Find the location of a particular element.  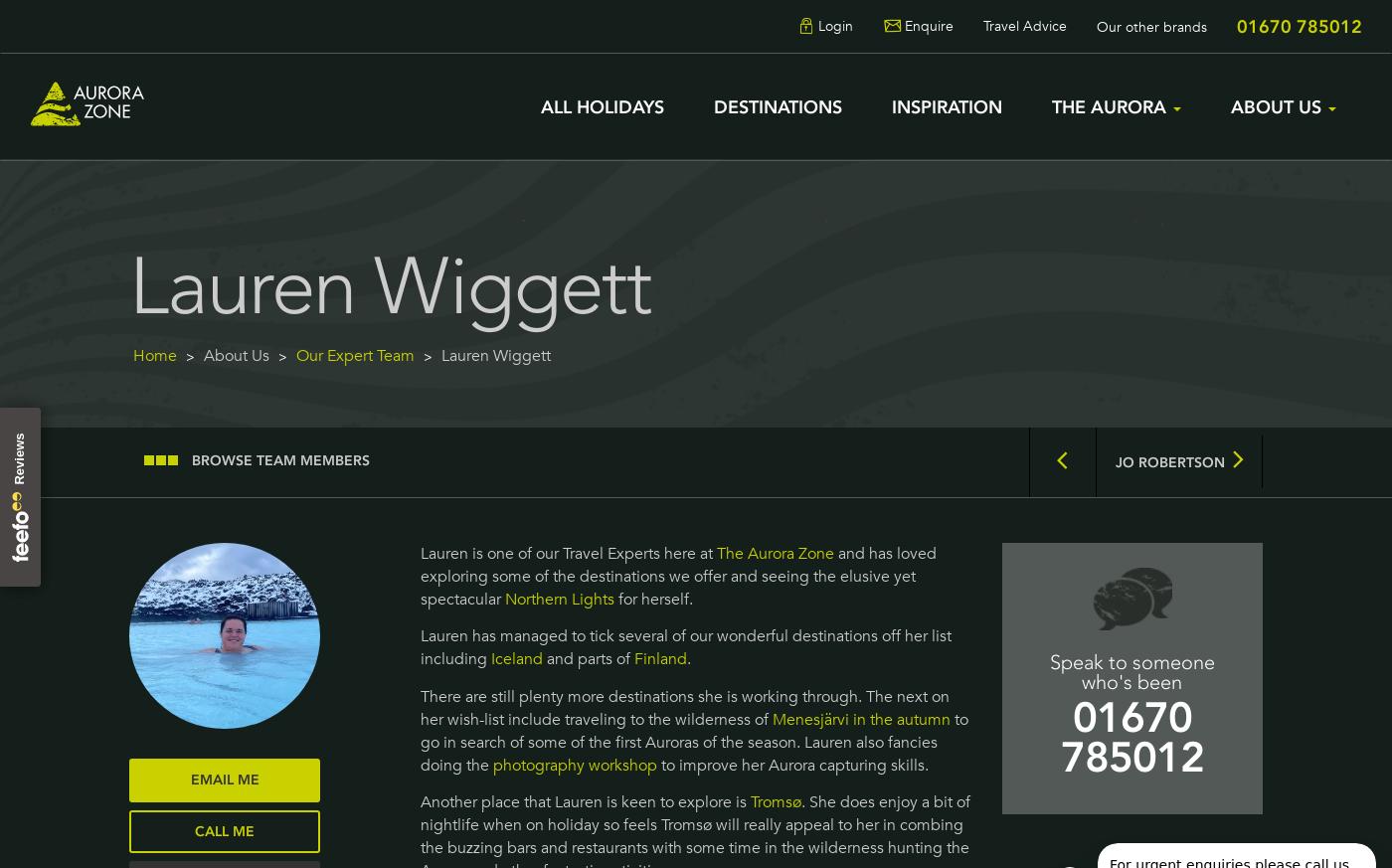

'The Aurora' is located at coordinates (1112, 106).